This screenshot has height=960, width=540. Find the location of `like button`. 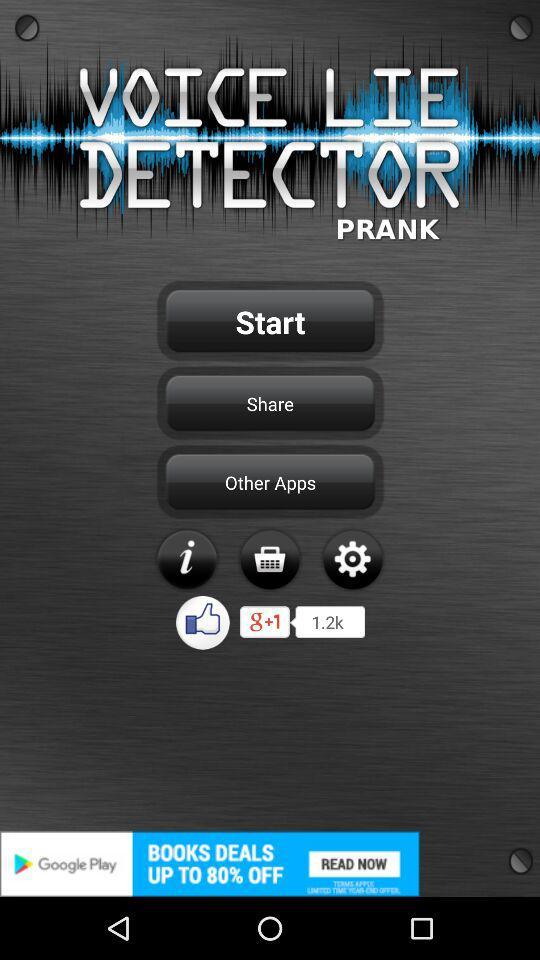

like button is located at coordinates (202, 621).